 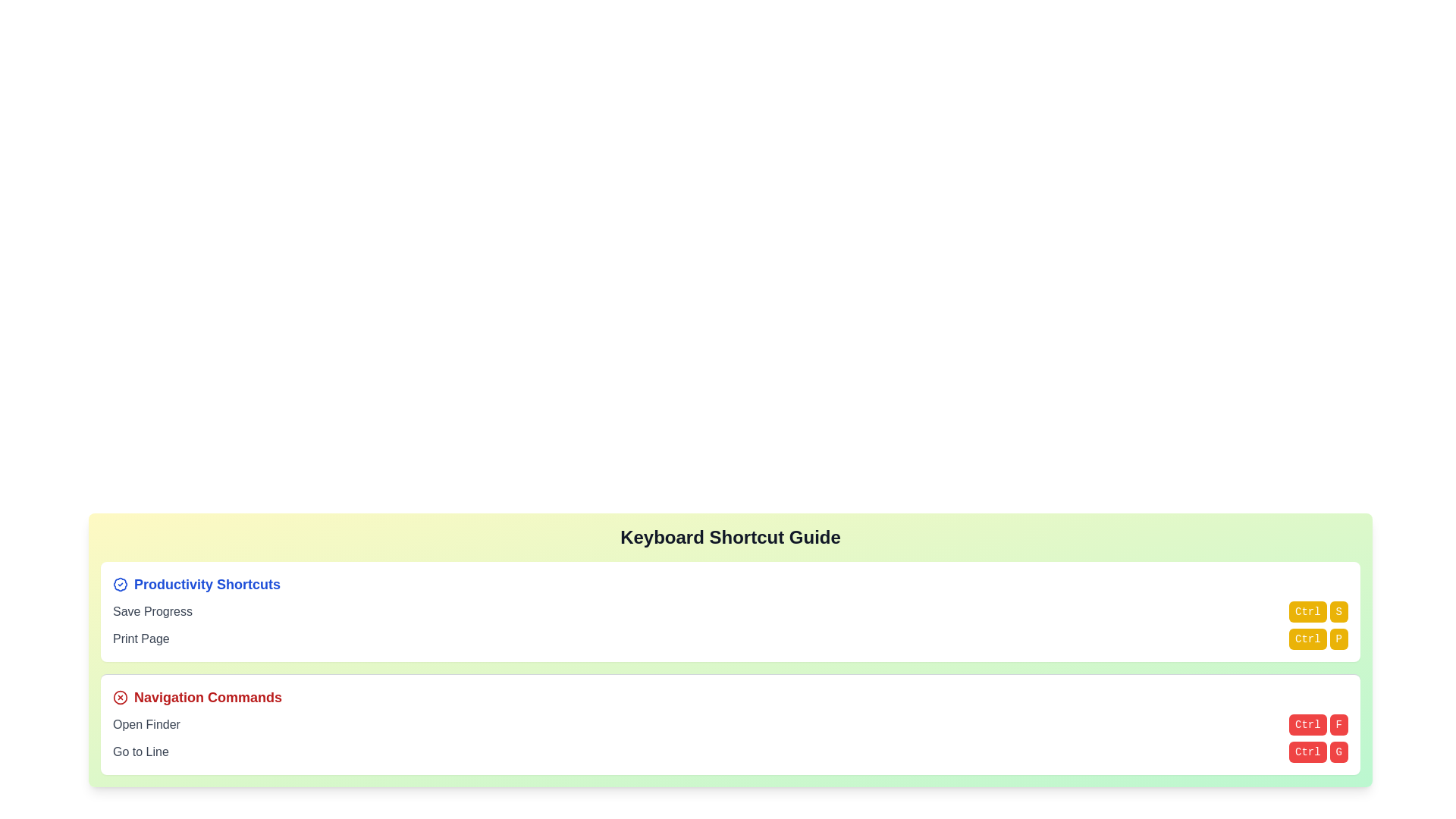 What do you see at coordinates (1316, 639) in the screenshot?
I see `the 'Ctrl' and 'P' Keyboard Shortcut Indicator button located in the second row of the first group under 'Productivity Shortcuts', positioned in the far right of the row adjacent to the 'Print Page' label` at bounding box center [1316, 639].